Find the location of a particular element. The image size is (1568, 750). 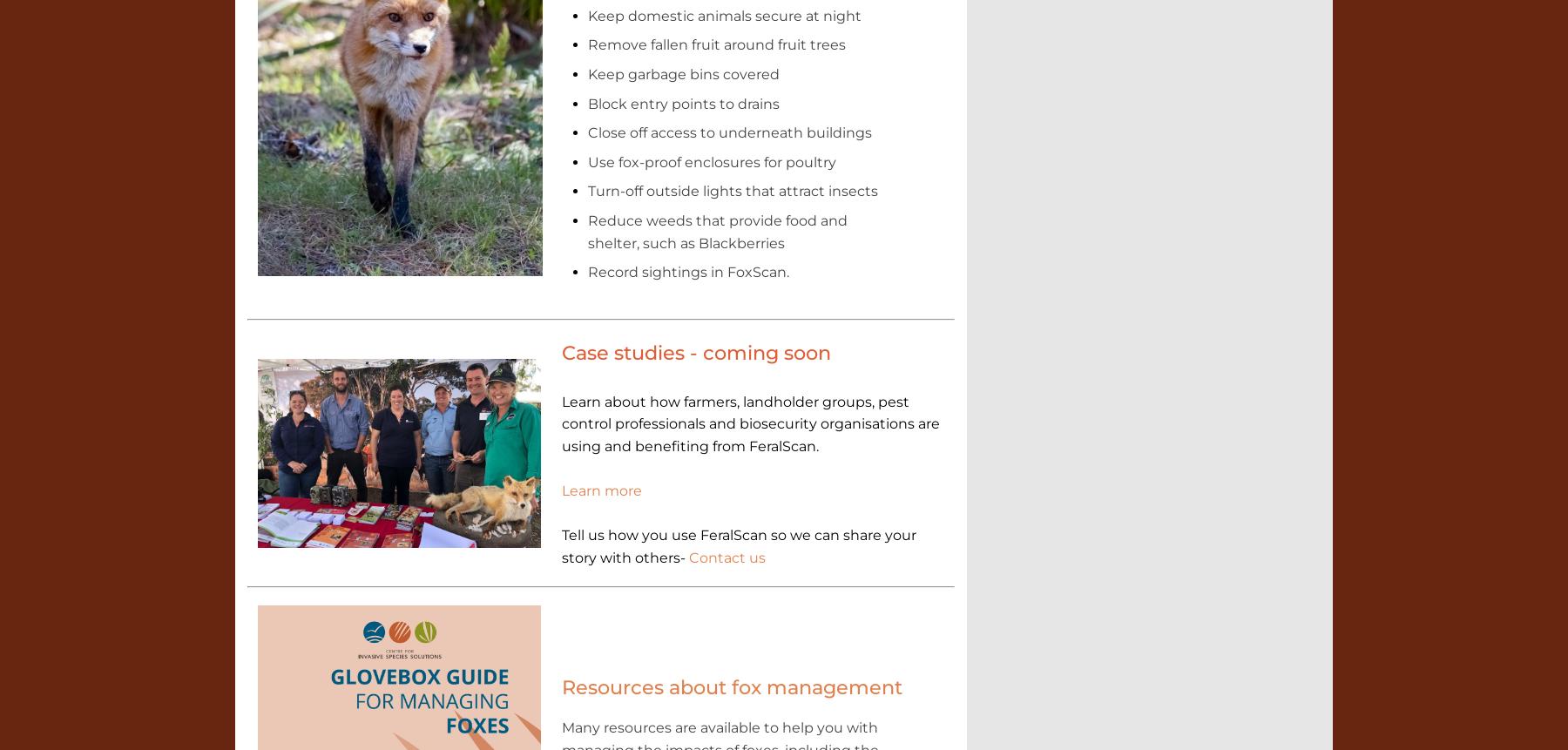

'Use fox-proof enclosures for poultry' is located at coordinates (711, 160).